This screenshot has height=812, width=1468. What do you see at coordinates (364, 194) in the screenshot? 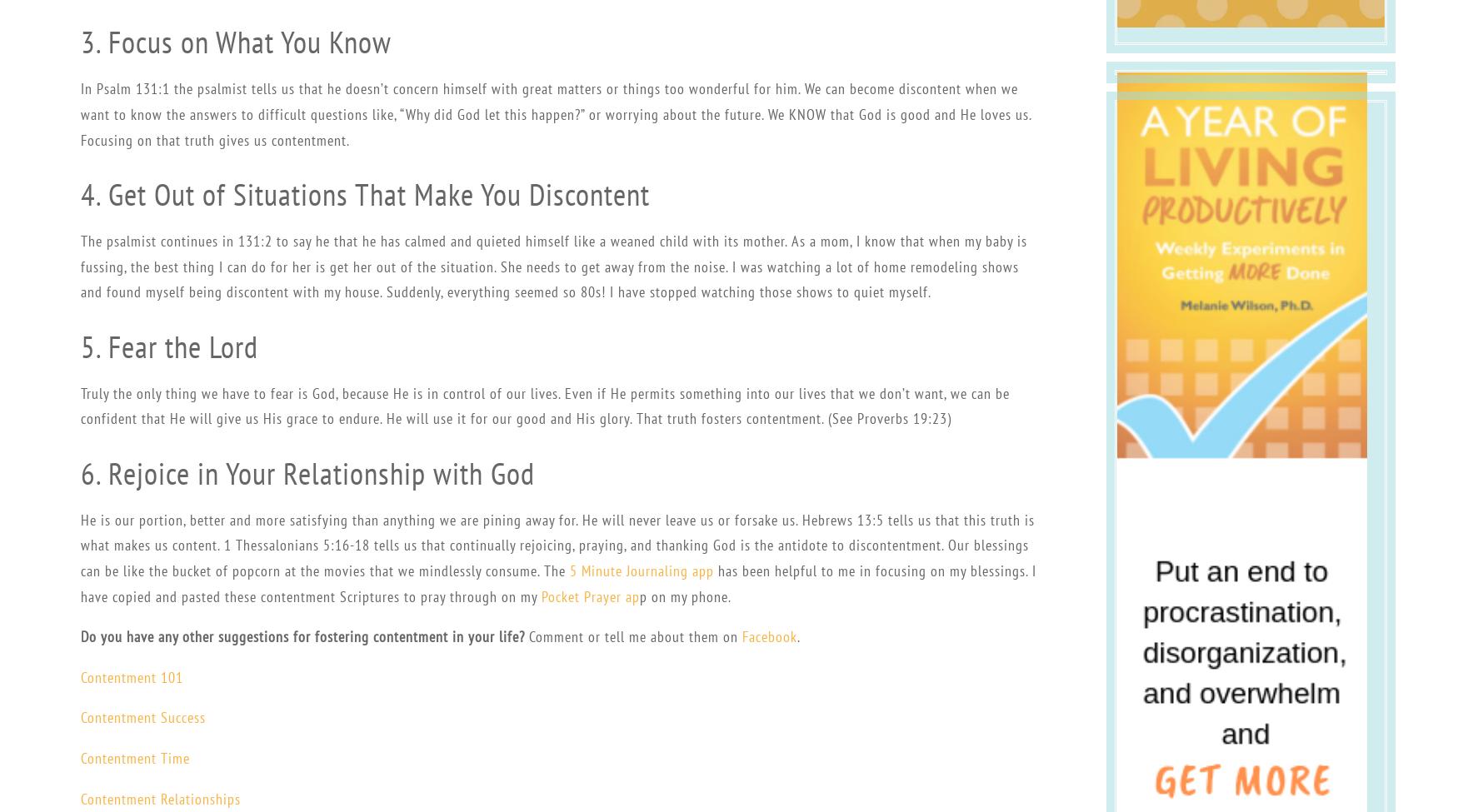
I see `'4. Get Out of Situations That Make You Discontent'` at bounding box center [364, 194].